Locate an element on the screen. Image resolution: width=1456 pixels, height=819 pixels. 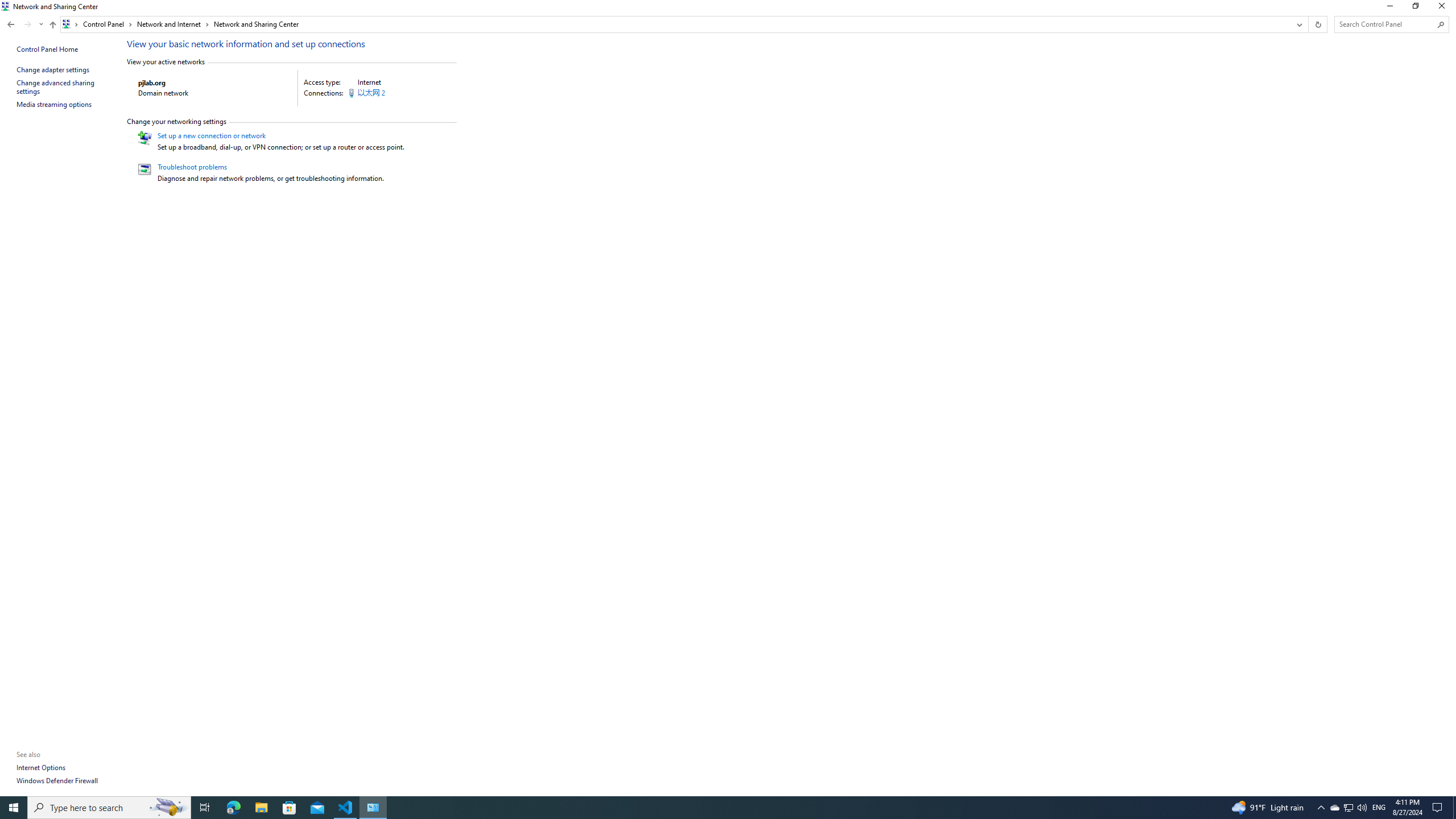
'All locations' is located at coordinates (70, 24).